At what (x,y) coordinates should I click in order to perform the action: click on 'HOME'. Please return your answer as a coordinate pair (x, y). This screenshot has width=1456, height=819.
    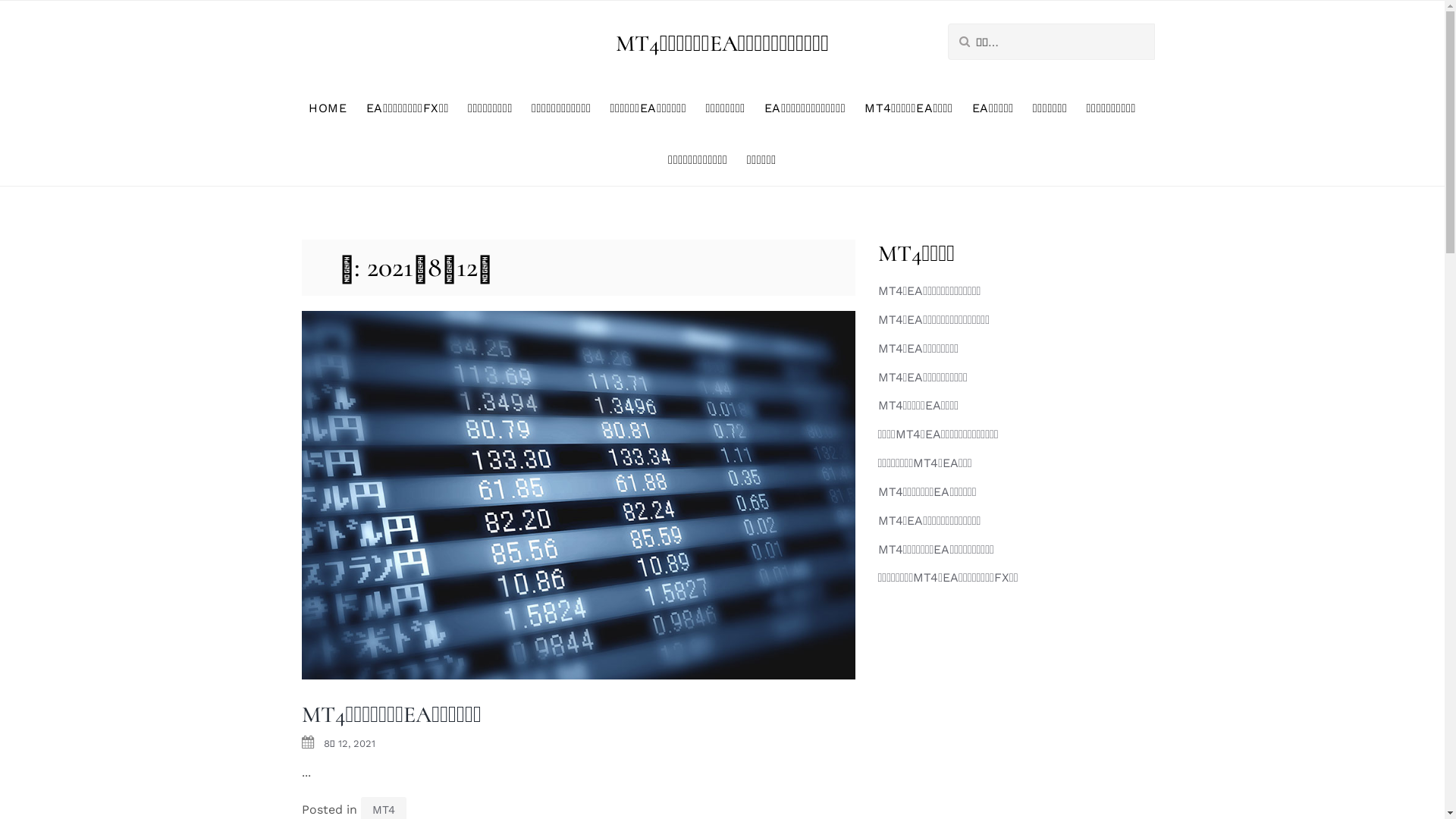
    Looking at the image, I should click on (327, 107).